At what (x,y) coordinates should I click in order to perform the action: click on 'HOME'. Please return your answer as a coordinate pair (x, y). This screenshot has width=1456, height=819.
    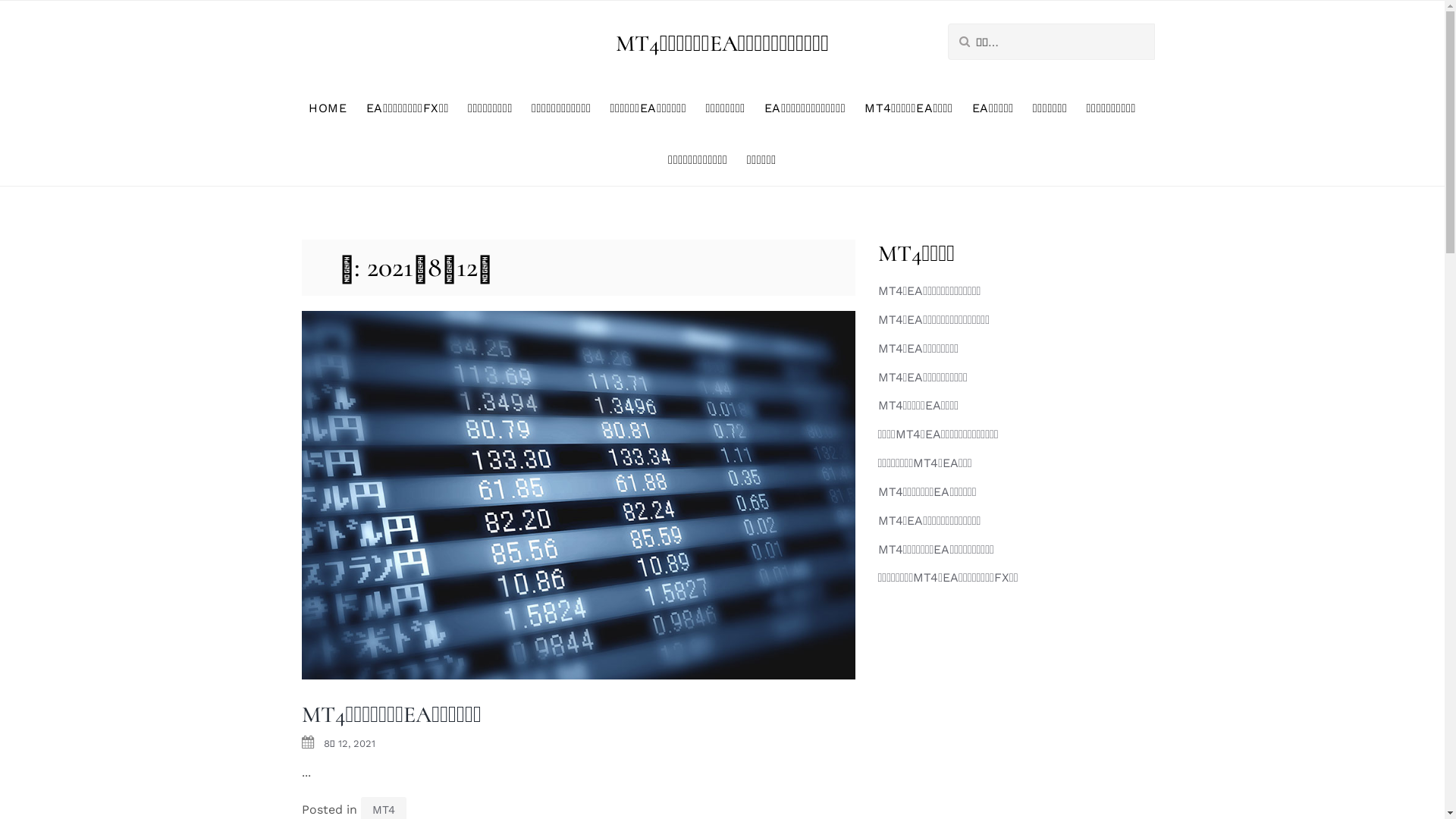
    Looking at the image, I should click on (327, 107).